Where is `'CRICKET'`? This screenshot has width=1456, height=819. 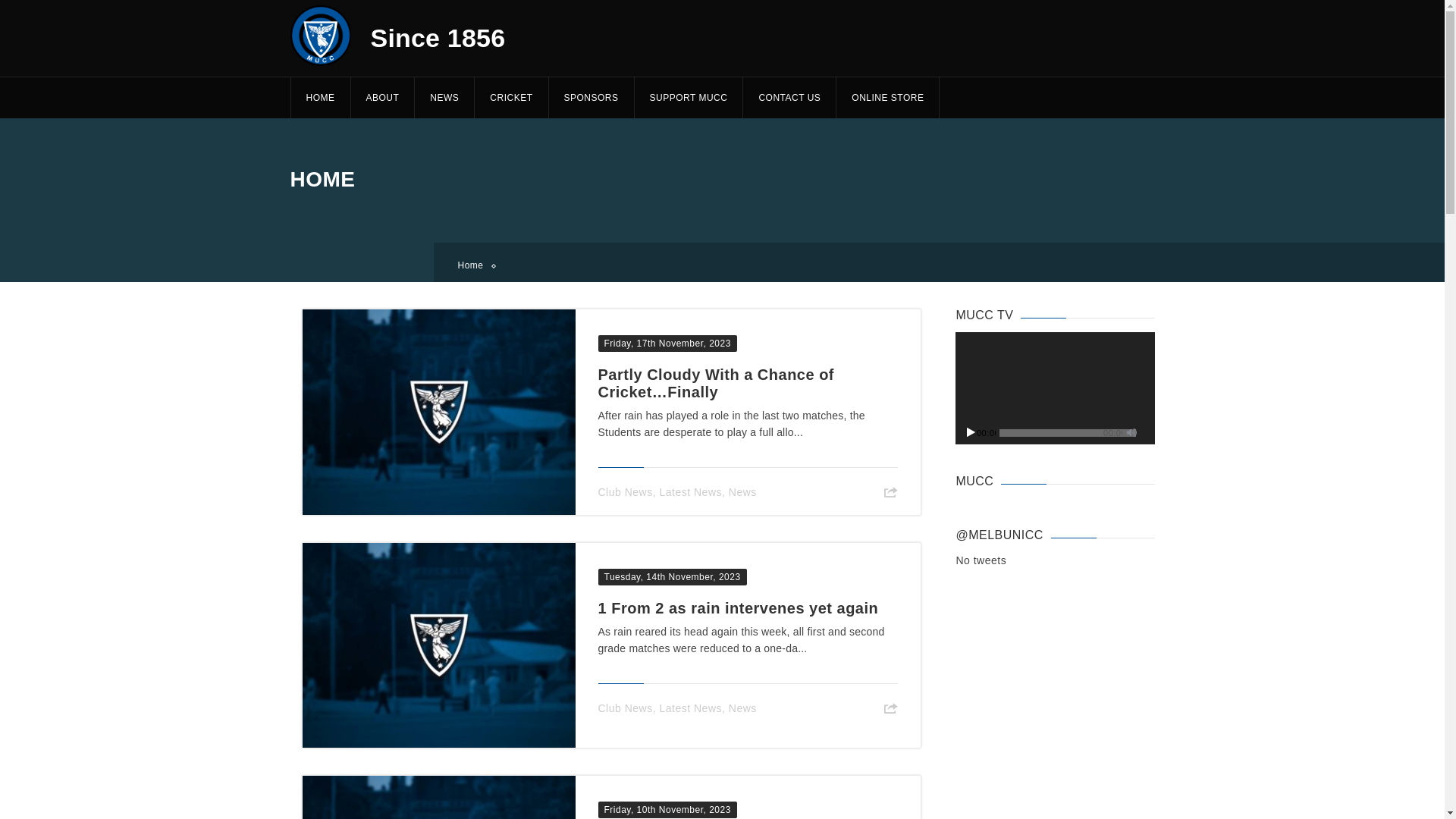
'CRICKET' is located at coordinates (510, 97).